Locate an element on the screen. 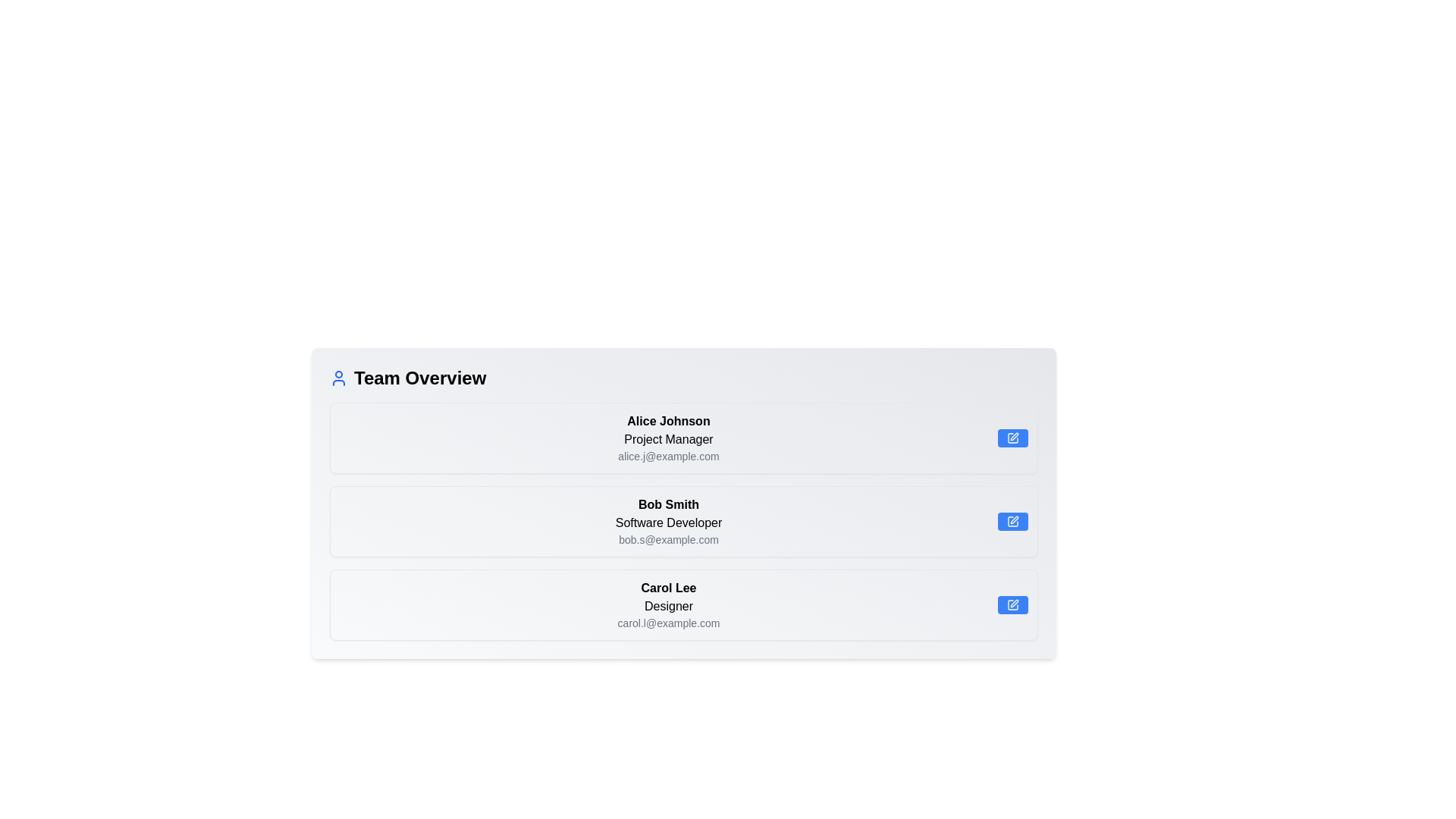  the 'Team Overview' icon, which is the first element in the 'Team Overview' header section, located to the left of the text 'Team Overview' is located at coordinates (337, 377).